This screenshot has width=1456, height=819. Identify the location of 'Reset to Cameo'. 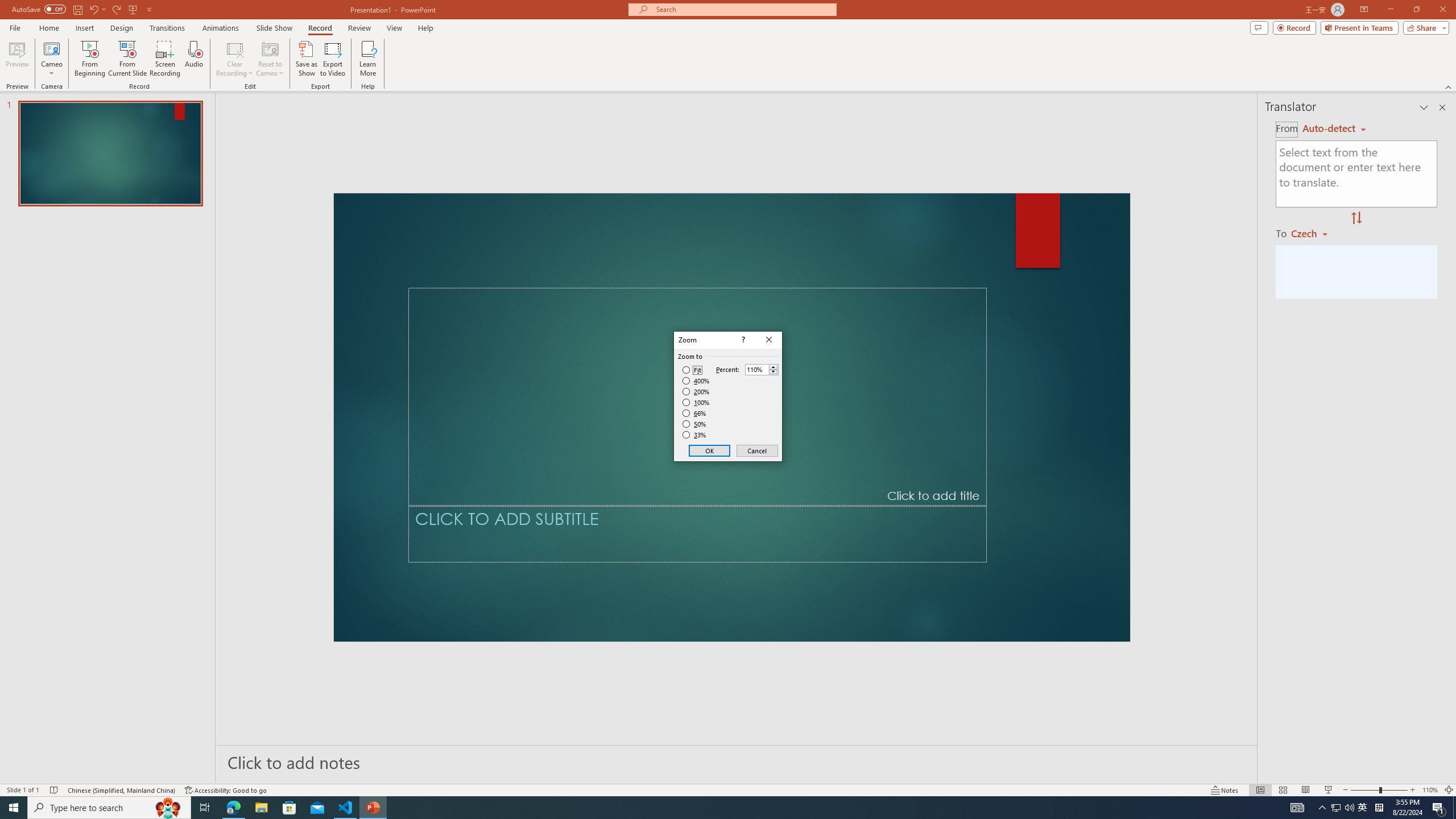
(269, 59).